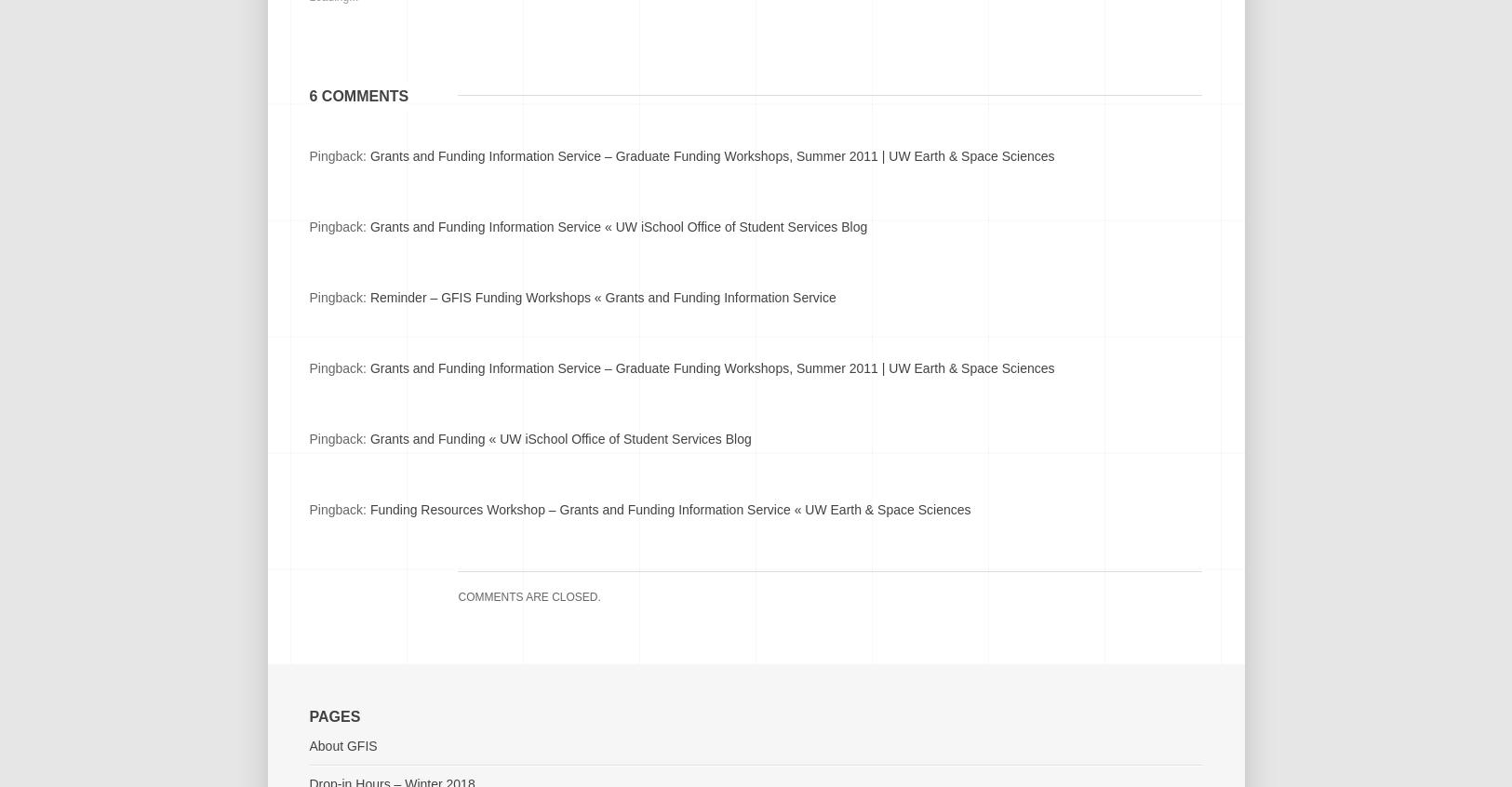 The height and width of the screenshot is (787, 1512). I want to click on 'Funding Resources Workshop – Grants and Funding Information Service « UW Earth & Space Sciences', so click(669, 510).